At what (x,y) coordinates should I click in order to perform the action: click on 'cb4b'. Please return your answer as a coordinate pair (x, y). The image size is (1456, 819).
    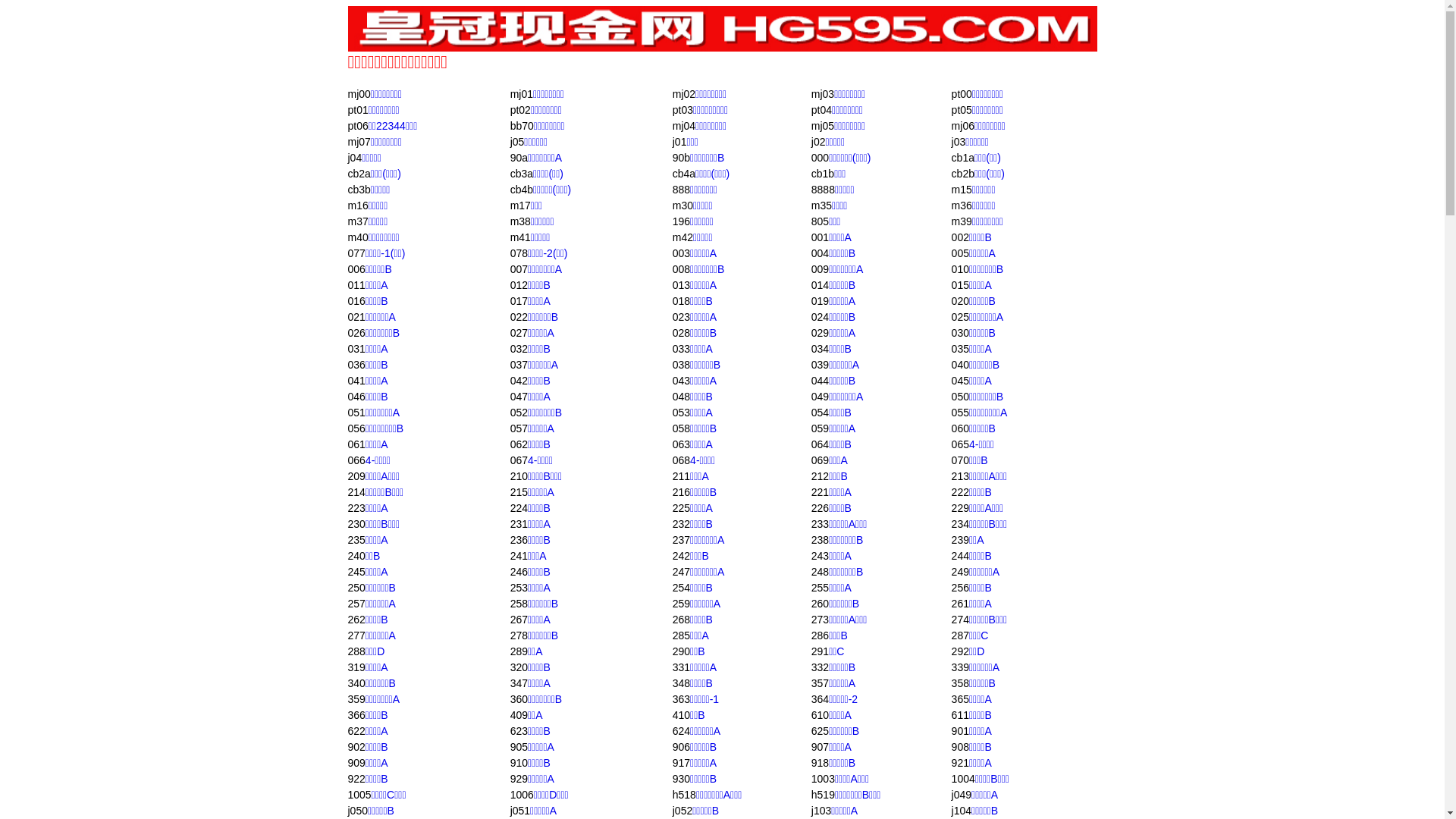
    Looking at the image, I should click on (521, 189).